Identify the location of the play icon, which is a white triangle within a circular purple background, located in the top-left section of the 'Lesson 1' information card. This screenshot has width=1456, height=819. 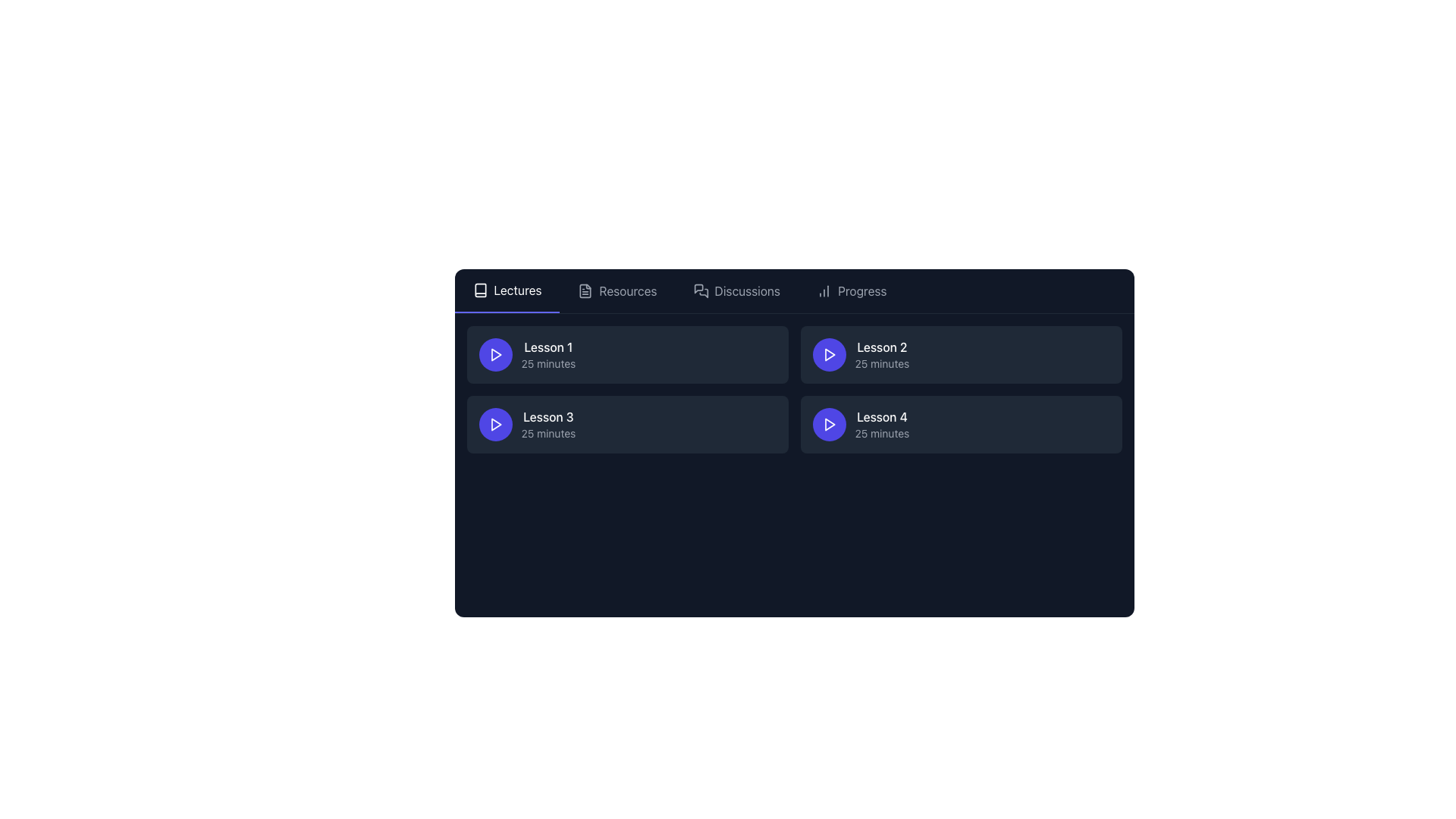
(495, 354).